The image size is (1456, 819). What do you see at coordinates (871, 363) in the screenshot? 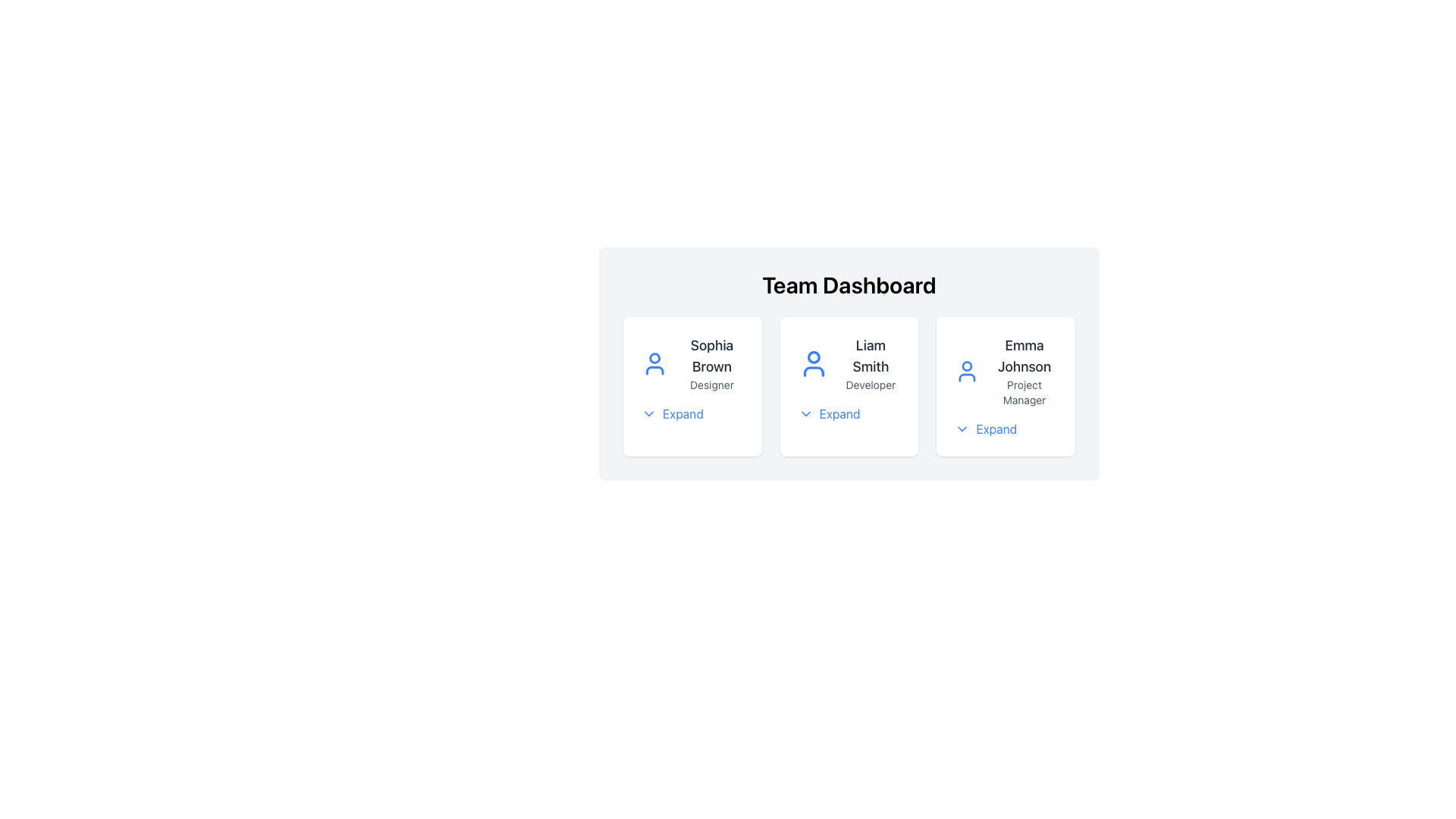
I see `the static text element displaying 'Liam Smith' and 'Developer' located within the second card under 'Team Dashboard'` at bounding box center [871, 363].